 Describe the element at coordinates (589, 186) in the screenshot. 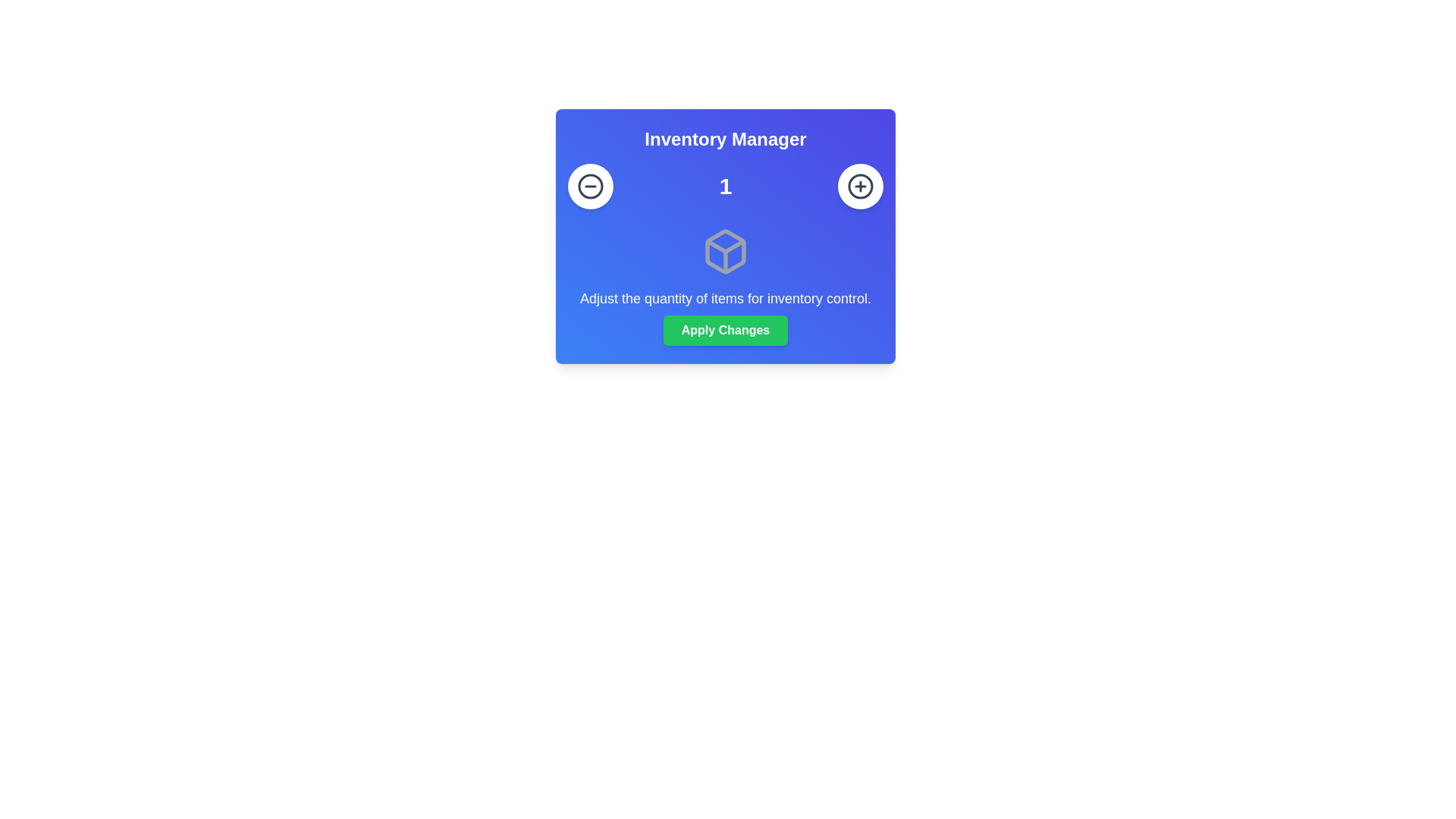

I see `the interactive button icon located at the top-left side of the rectangular card layout` at that location.